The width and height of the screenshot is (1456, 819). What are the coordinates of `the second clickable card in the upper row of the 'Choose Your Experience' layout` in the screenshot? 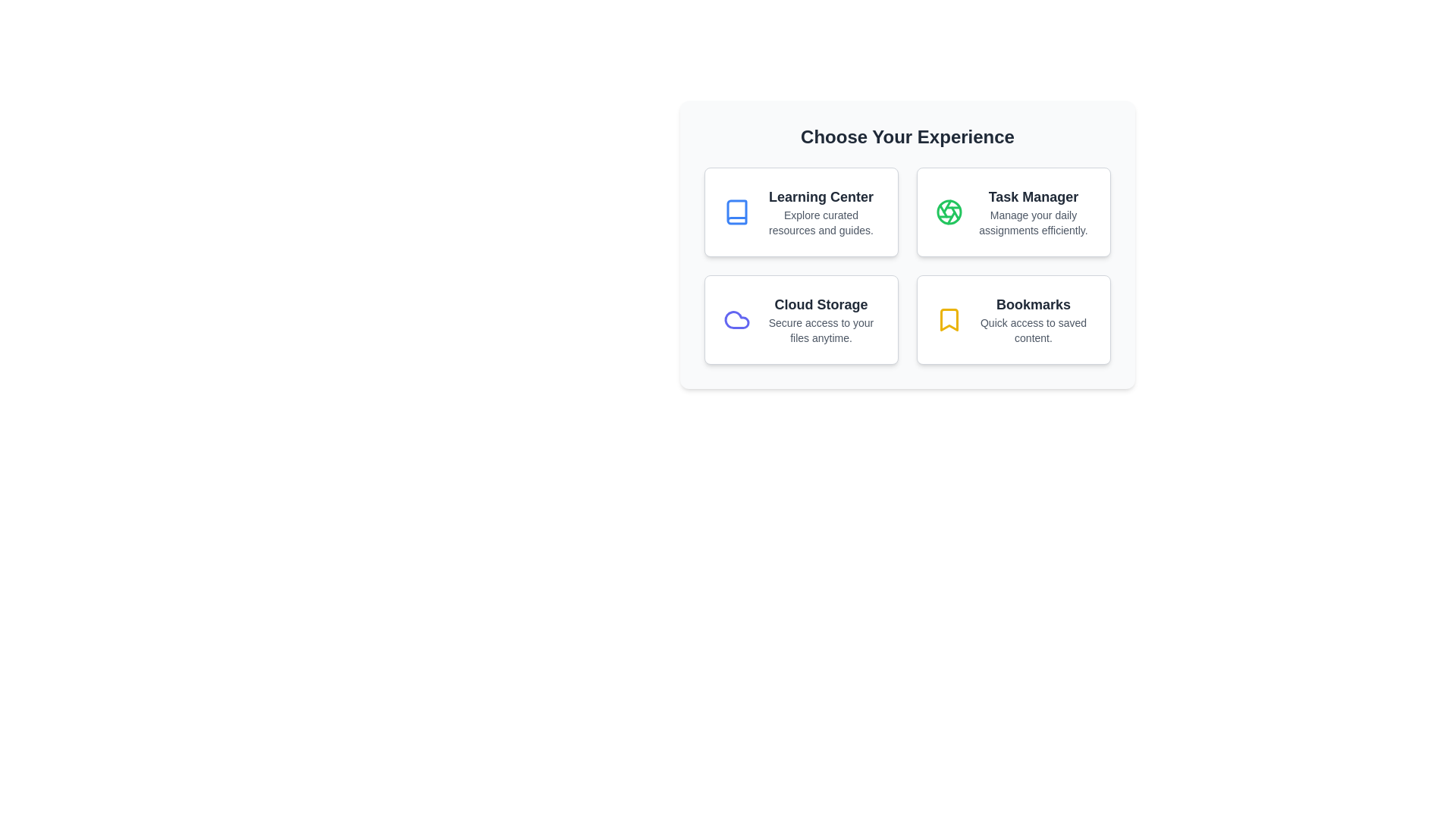 It's located at (1014, 212).